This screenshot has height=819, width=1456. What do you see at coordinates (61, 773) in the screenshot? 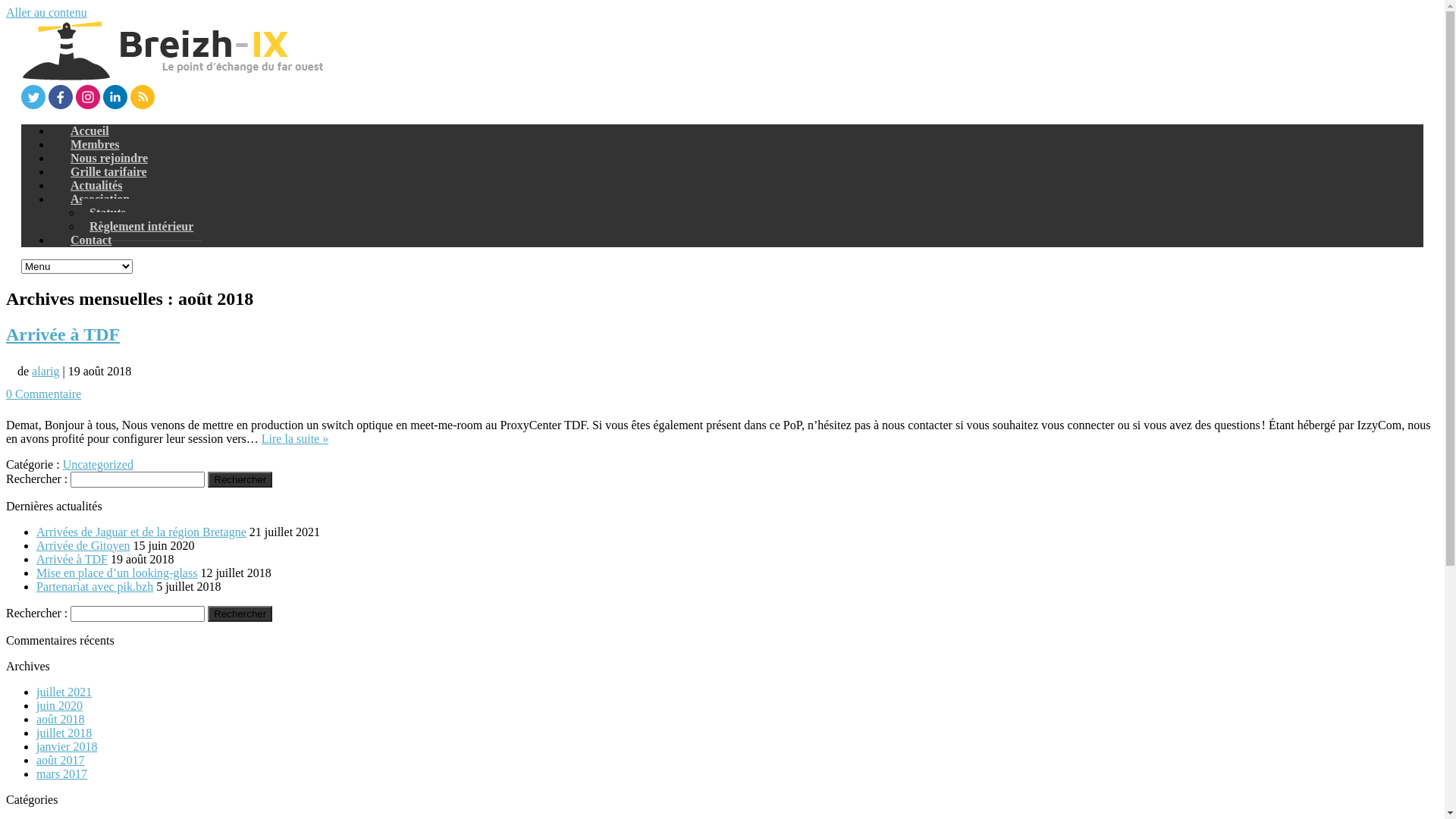
I see `'mars 2017'` at bounding box center [61, 773].